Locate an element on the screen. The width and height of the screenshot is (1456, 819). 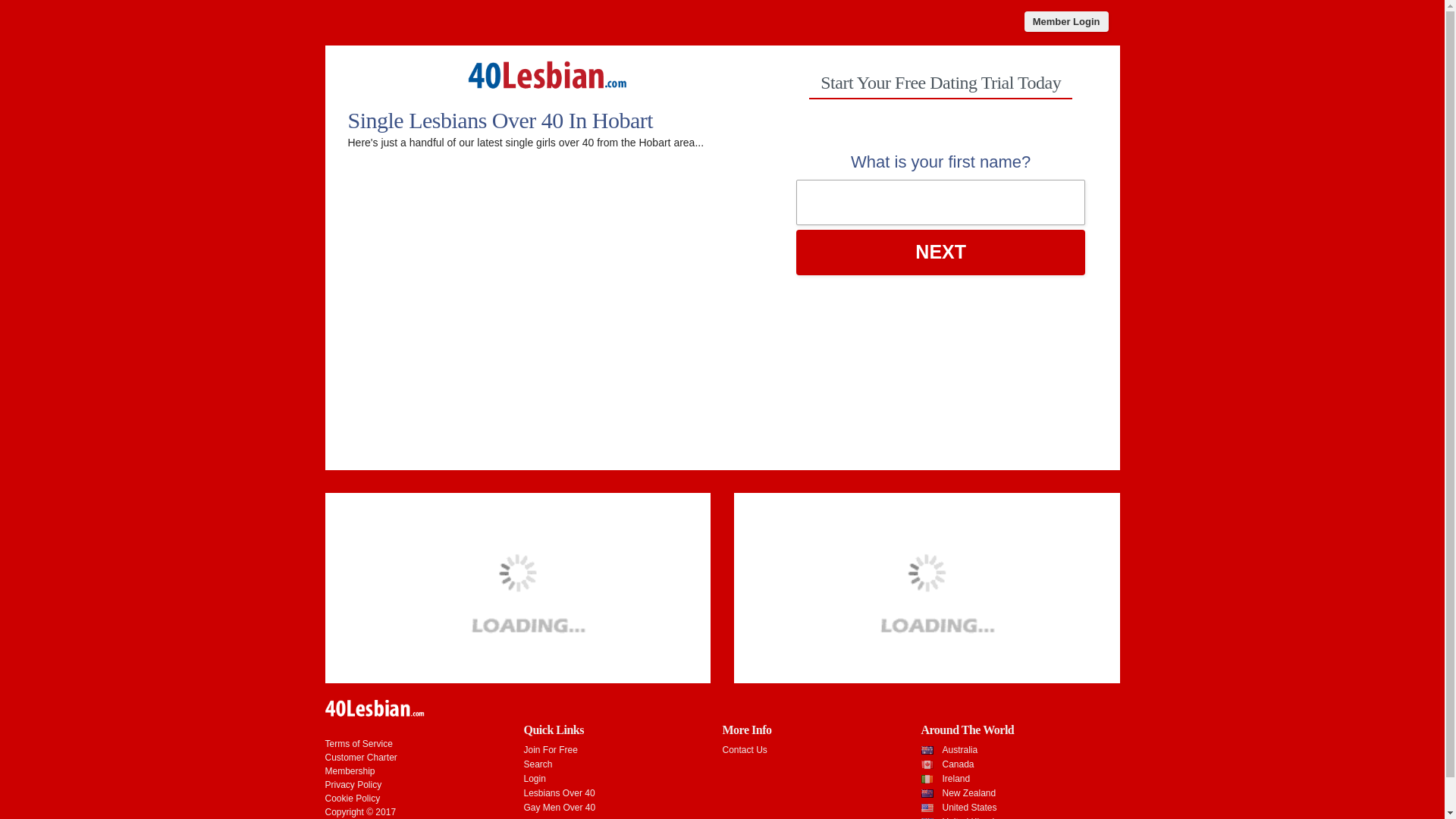
'Ireland' is located at coordinates (955, 778).